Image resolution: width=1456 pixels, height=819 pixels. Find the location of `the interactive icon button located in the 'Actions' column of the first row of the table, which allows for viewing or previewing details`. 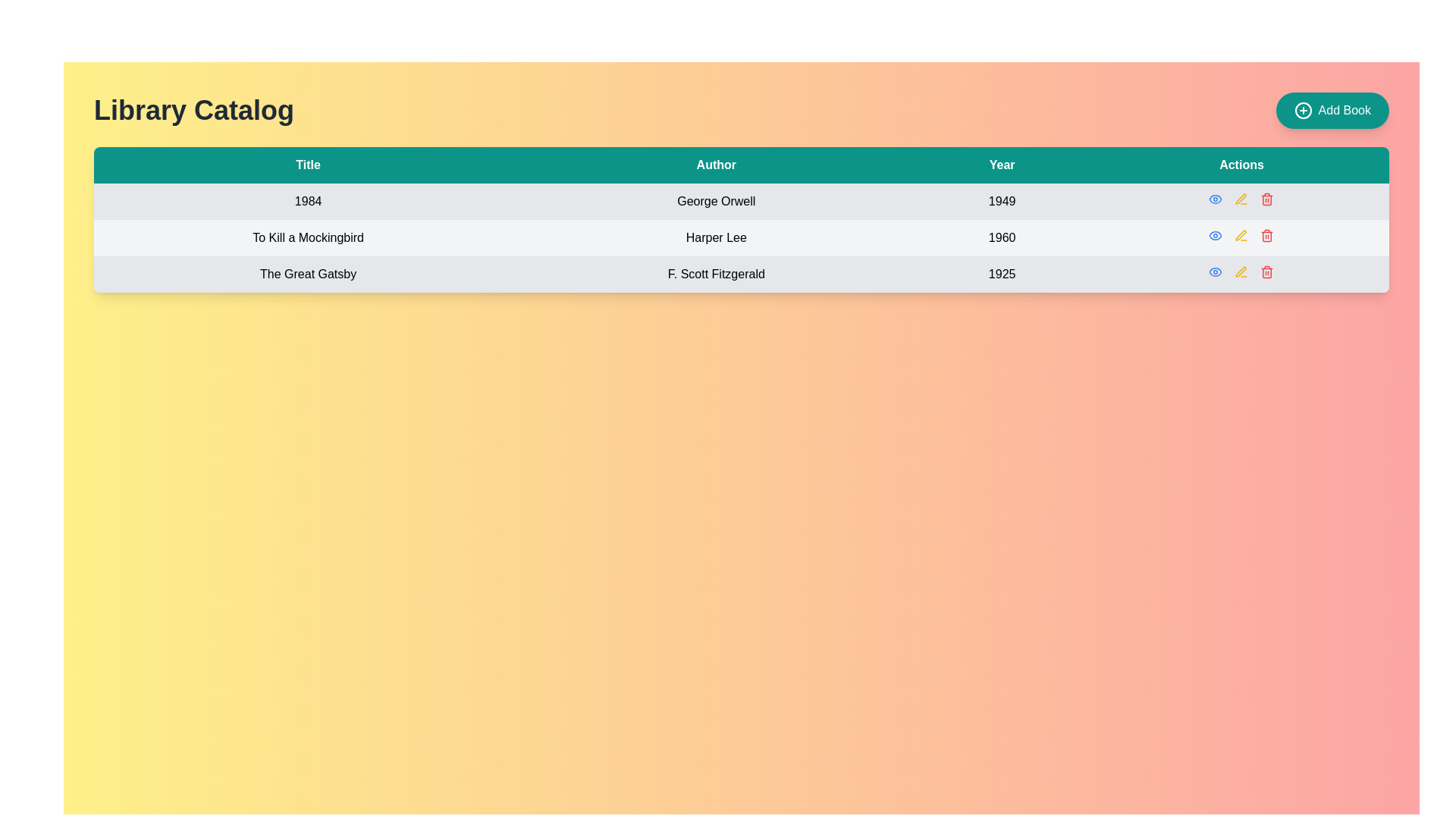

the interactive icon button located in the 'Actions' column of the first row of the table, which allows for viewing or previewing details is located at coordinates (1216, 198).